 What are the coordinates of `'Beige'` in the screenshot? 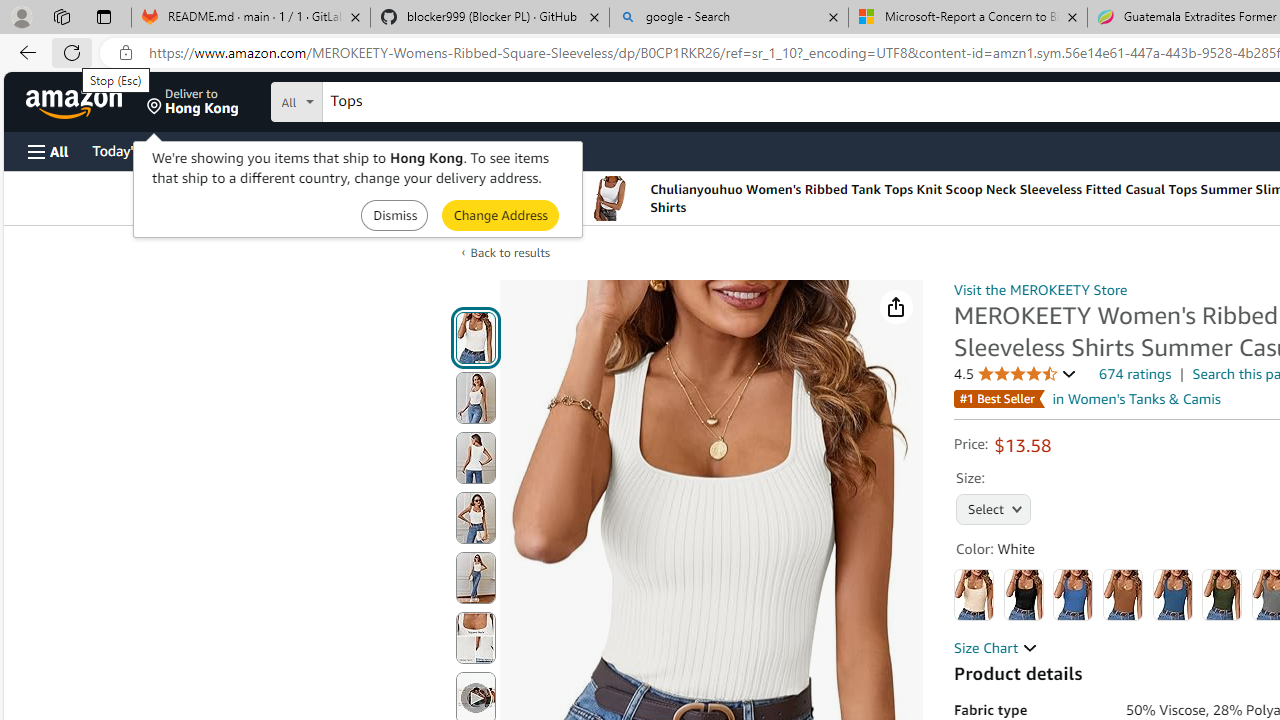 It's located at (974, 594).